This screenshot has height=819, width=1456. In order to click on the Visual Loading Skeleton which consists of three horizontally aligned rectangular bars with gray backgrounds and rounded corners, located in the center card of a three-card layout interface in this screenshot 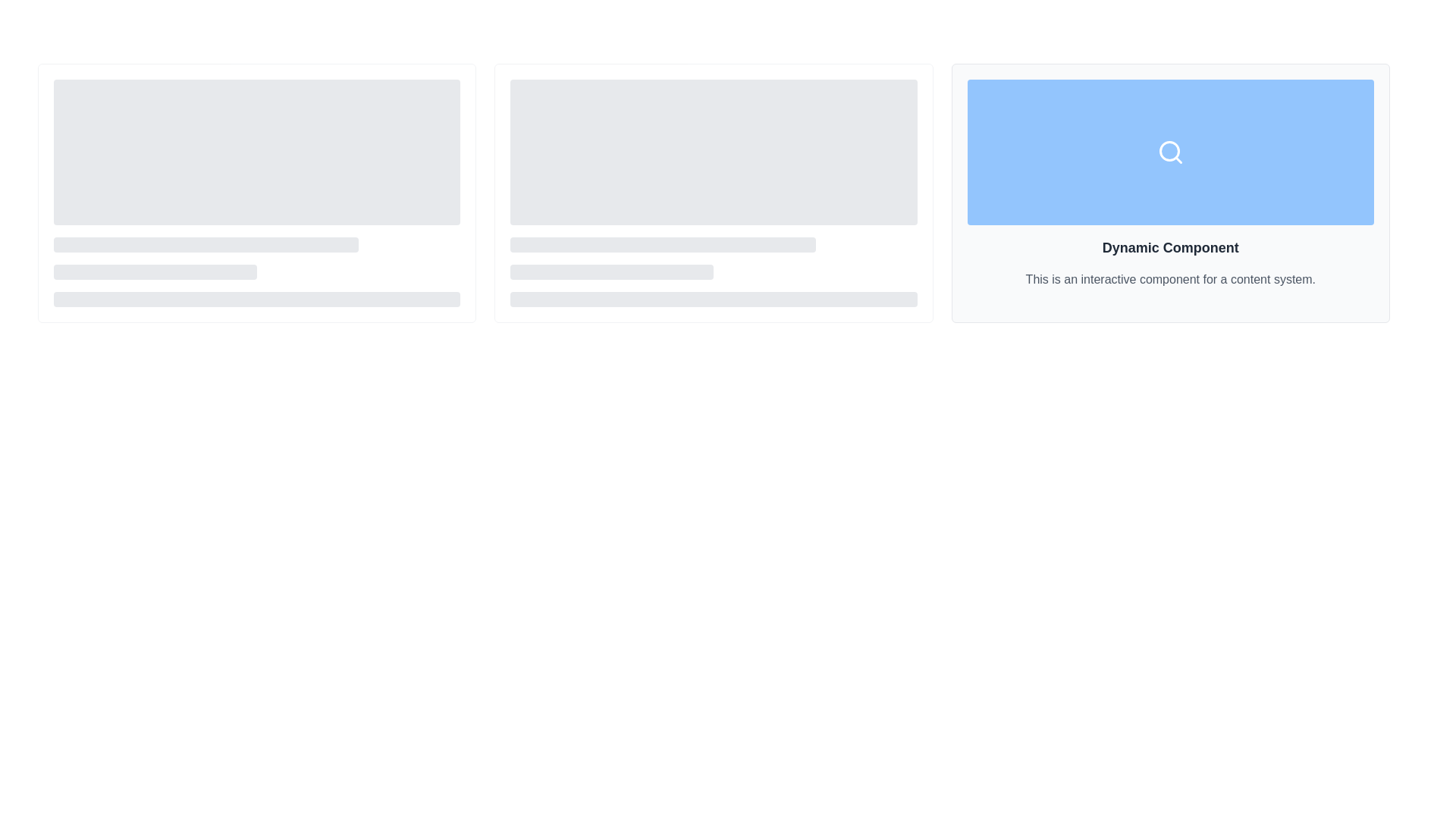, I will do `click(713, 271)`.